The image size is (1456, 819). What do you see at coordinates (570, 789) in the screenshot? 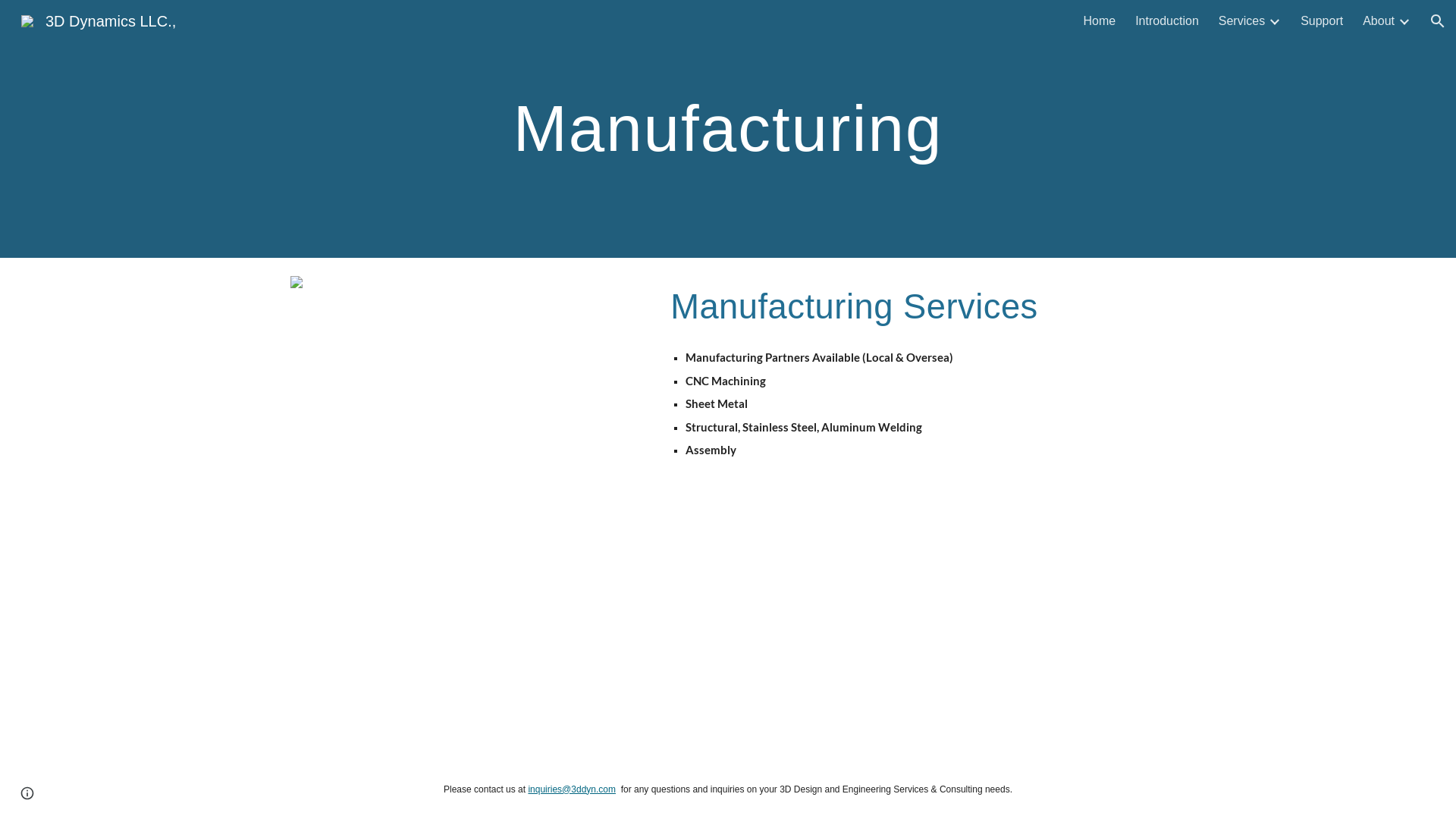
I see `'inquiries@3ddyn.com'` at bounding box center [570, 789].